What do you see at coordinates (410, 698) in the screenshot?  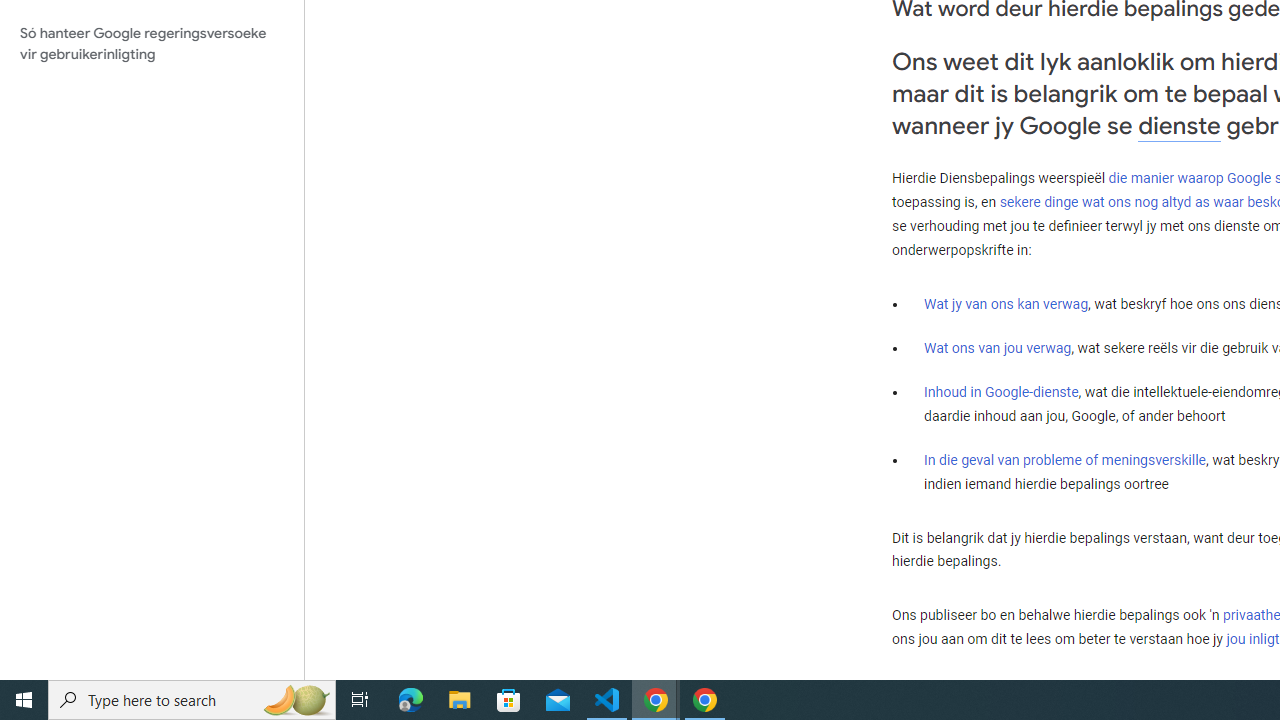 I see `'Microsoft Edge'` at bounding box center [410, 698].